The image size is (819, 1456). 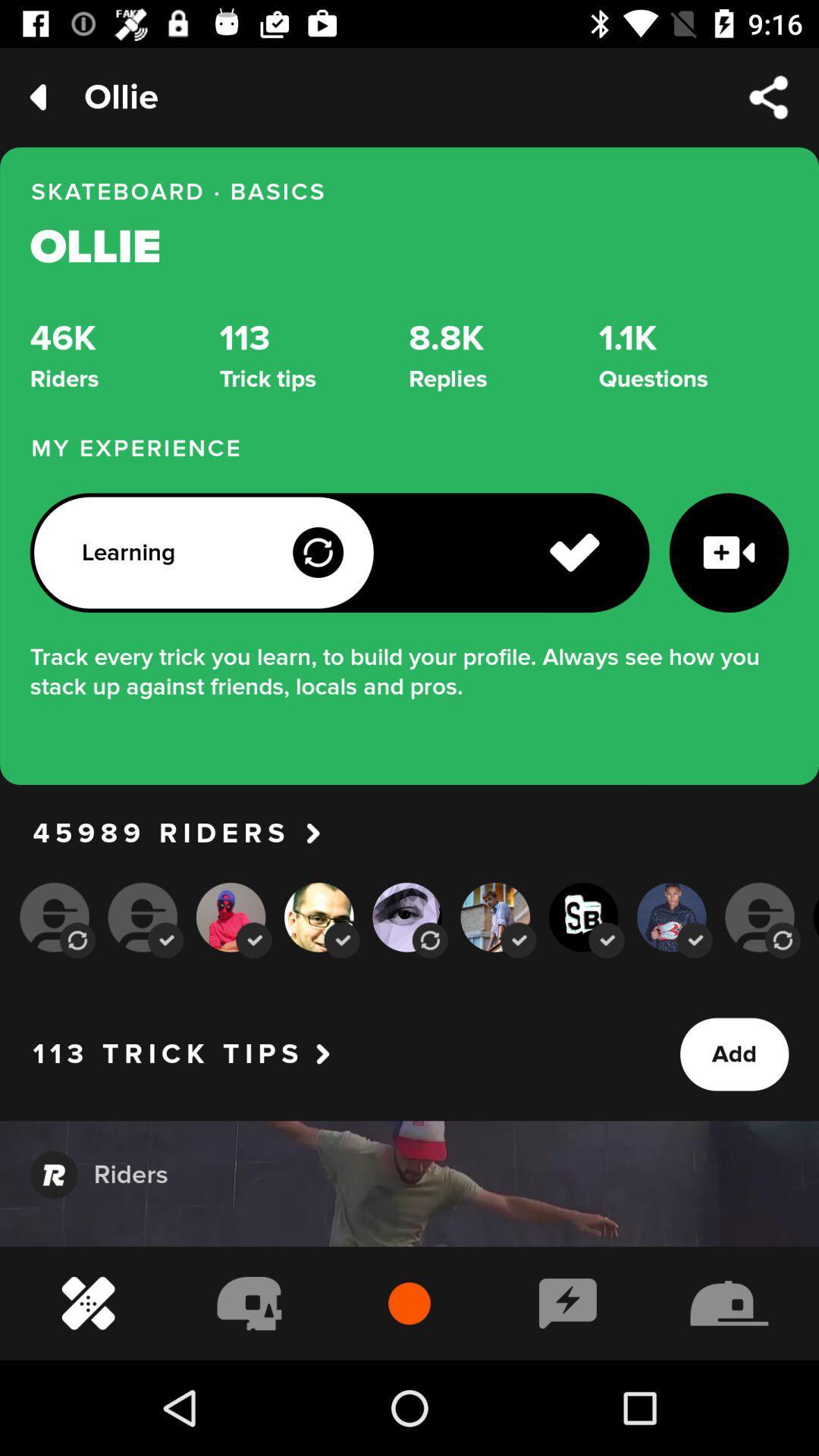 I want to click on the icon left to the video icon, so click(x=575, y=551).